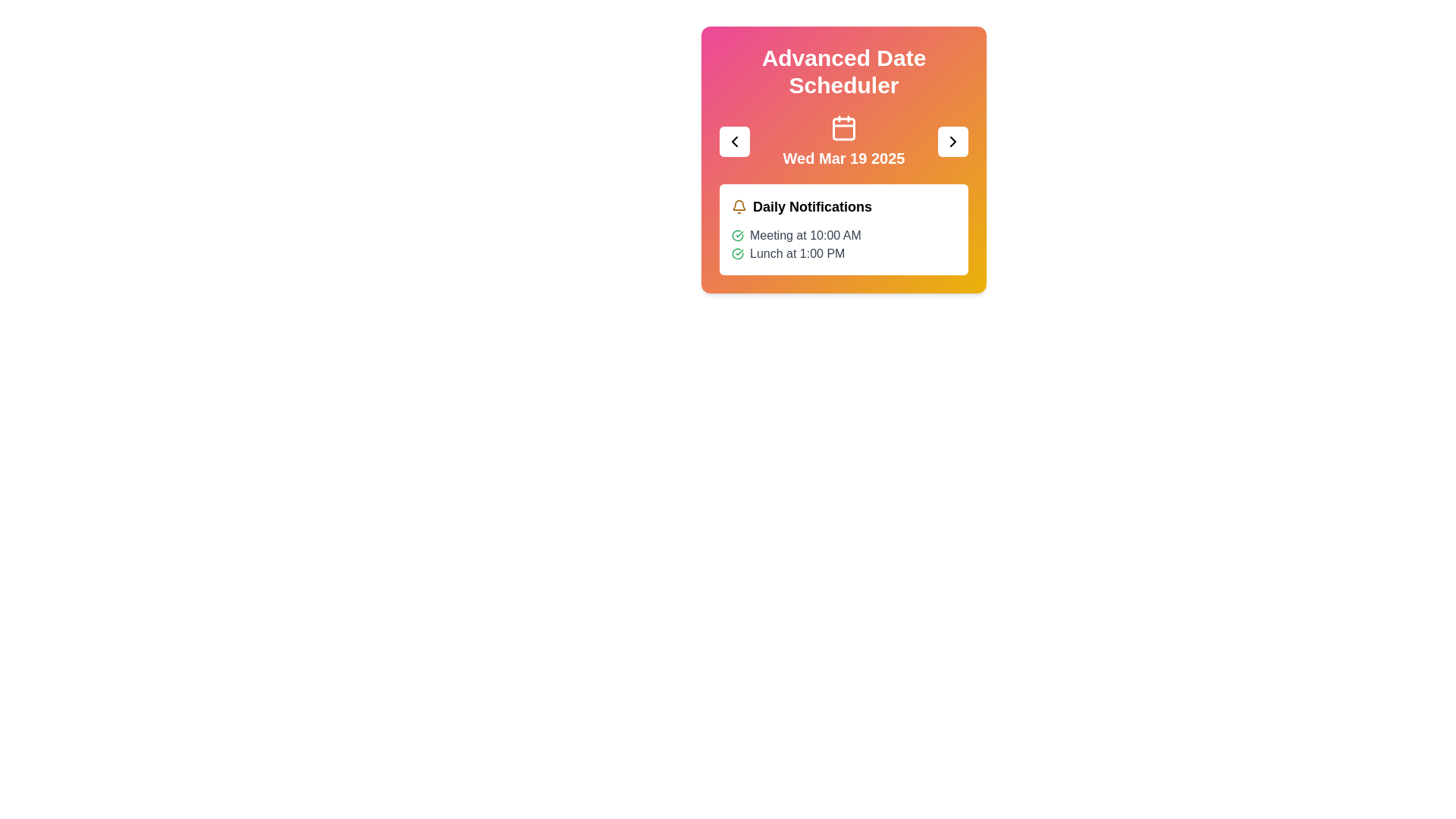 Image resolution: width=1456 pixels, height=819 pixels. What do you see at coordinates (843, 141) in the screenshot?
I see `the informational display element that features a white calendar icon and a bold text label reading 'Wed Mar 19 2025'` at bounding box center [843, 141].